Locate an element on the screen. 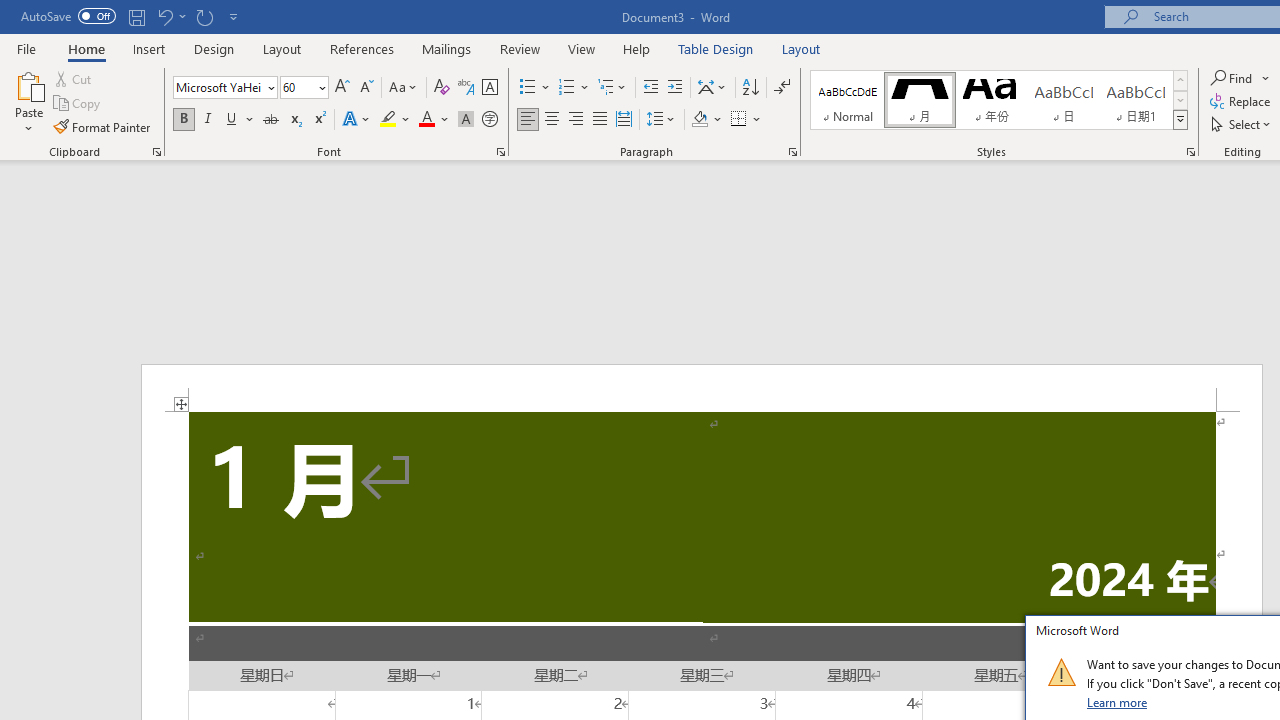 The width and height of the screenshot is (1280, 720). 'Underline' is located at coordinates (232, 119).